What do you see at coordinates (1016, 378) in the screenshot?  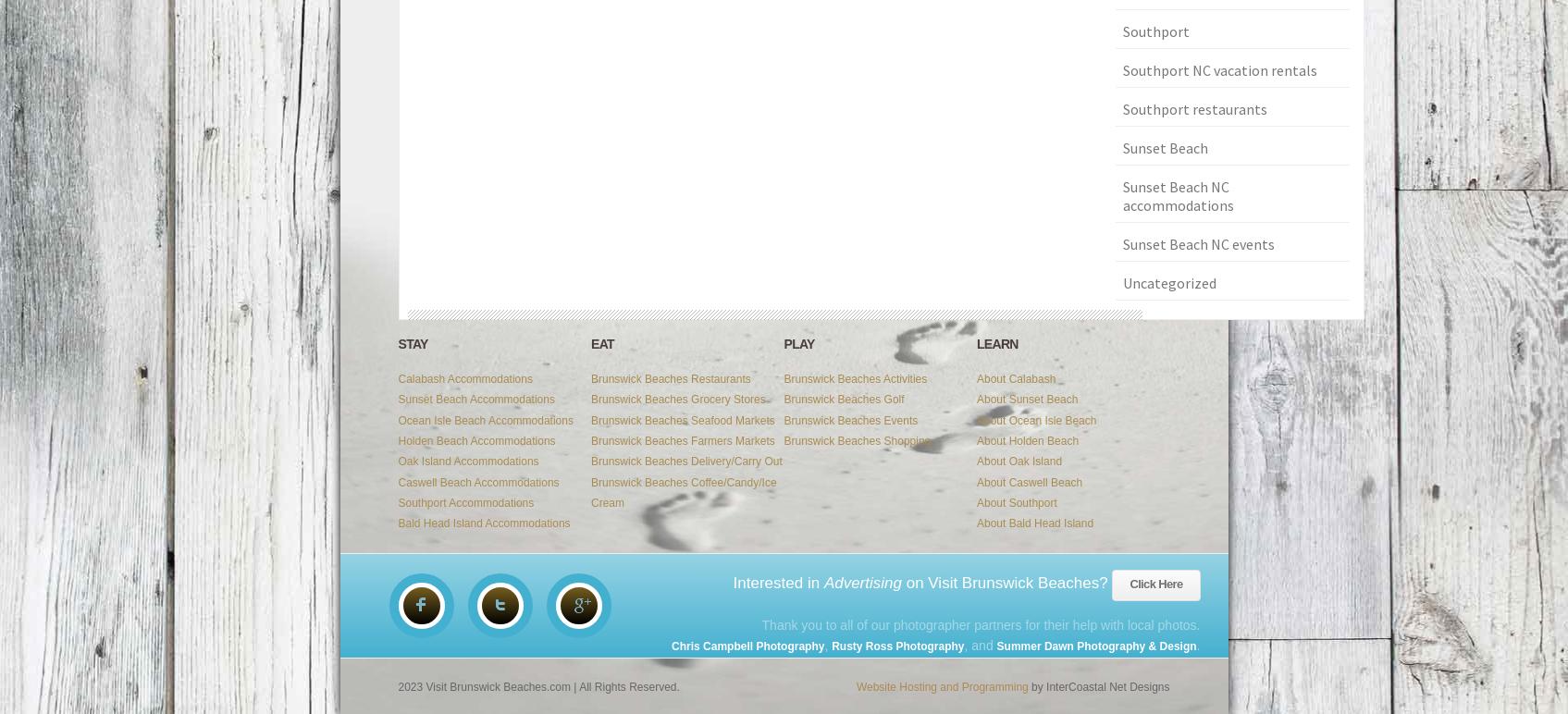 I see `'About Calabash'` at bounding box center [1016, 378].